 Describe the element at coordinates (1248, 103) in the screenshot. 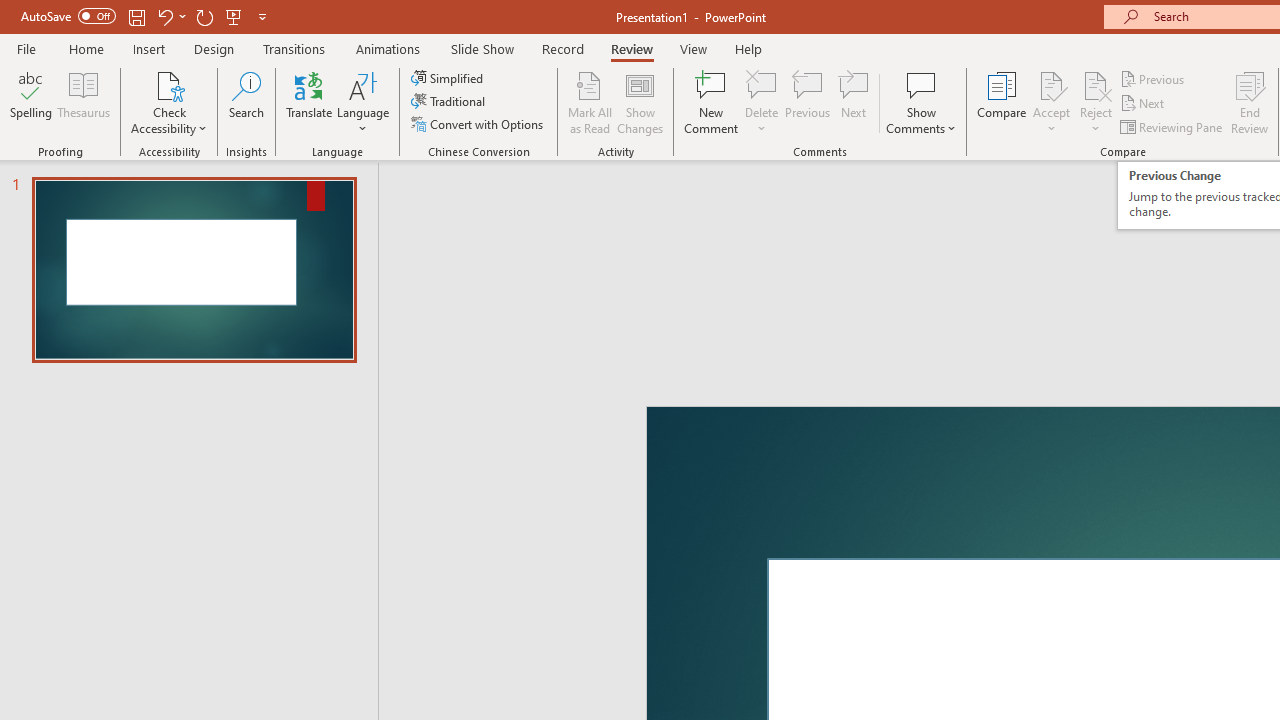

I see `'End Review'` at that location.